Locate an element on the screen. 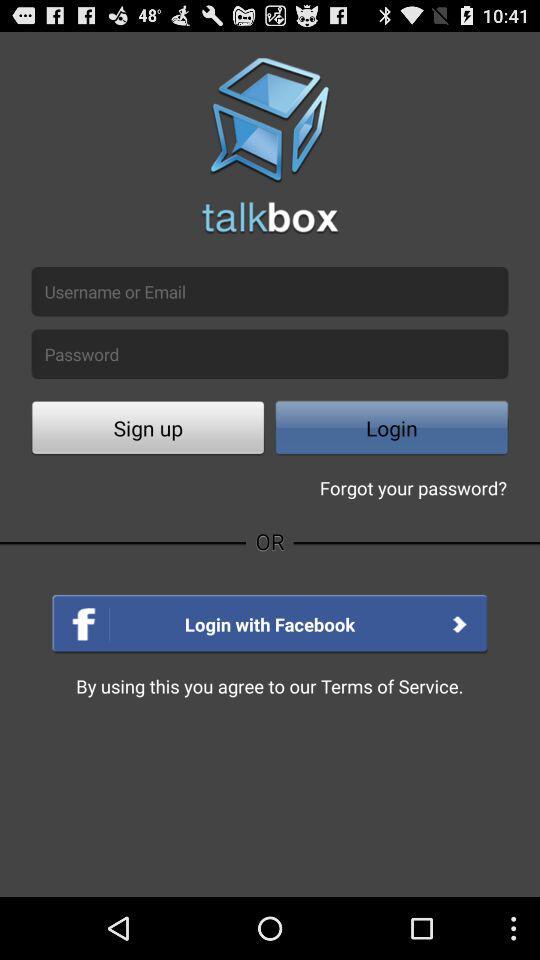 The height and width of the screenshot is (960, 540). read the text which is in the bottom line of the page is located at coordinates (270, 686).